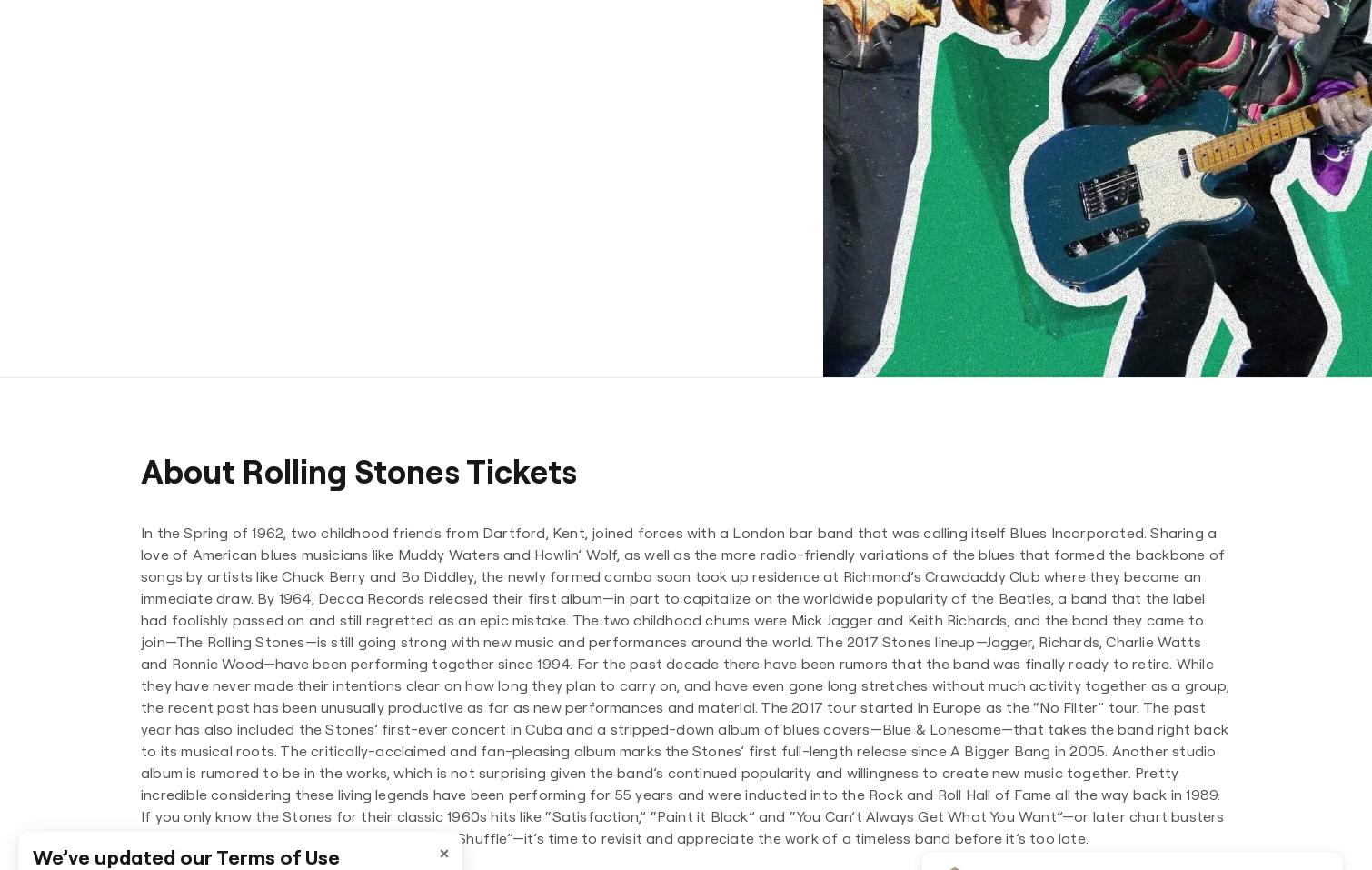  What do you see at coordinates (752, 111) in the screenshot?
I see `'San Francisco Giants'` at bounding box center [752, 111].